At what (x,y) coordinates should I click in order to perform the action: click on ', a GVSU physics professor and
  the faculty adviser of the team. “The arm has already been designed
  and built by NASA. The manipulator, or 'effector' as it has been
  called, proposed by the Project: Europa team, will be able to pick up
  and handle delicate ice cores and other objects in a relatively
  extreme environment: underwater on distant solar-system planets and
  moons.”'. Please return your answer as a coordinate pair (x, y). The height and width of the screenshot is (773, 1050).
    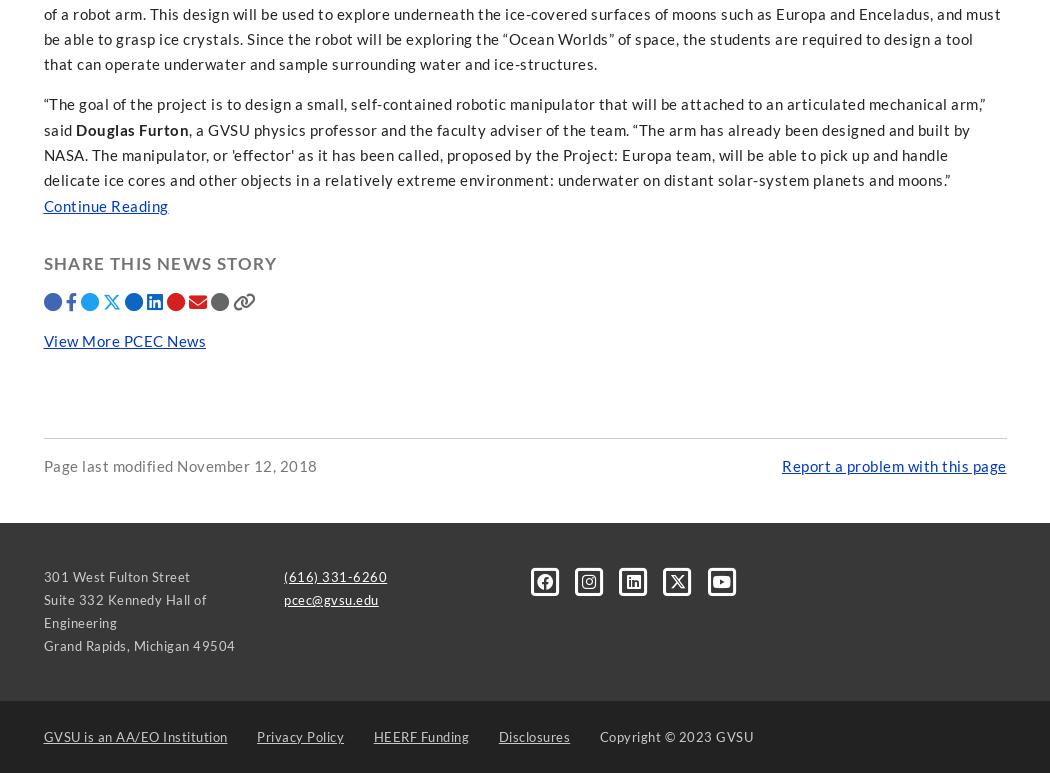
    Looking at the image, I should click on (505, 154).